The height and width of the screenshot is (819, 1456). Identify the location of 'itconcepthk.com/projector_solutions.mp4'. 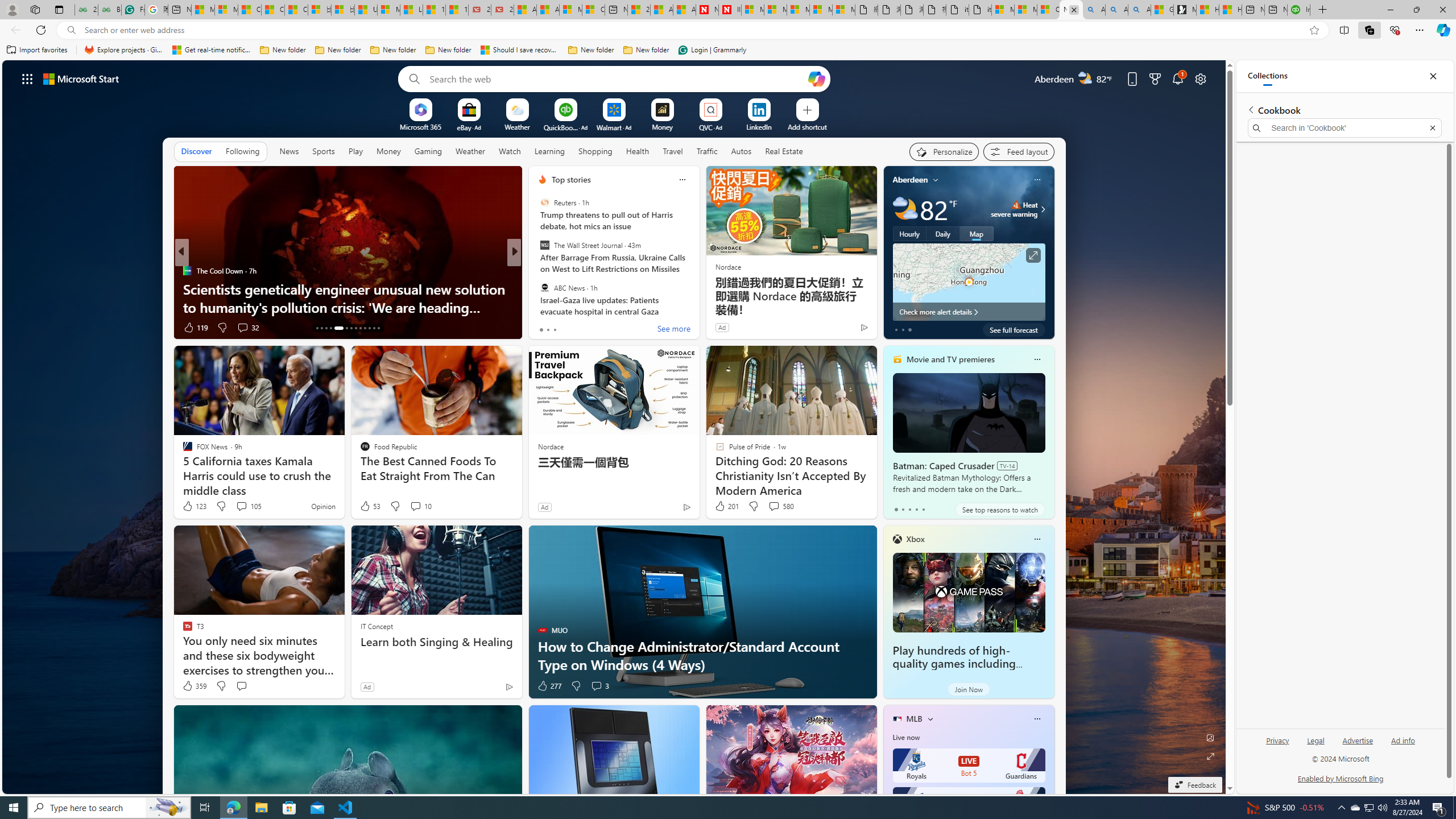
(979, 9).